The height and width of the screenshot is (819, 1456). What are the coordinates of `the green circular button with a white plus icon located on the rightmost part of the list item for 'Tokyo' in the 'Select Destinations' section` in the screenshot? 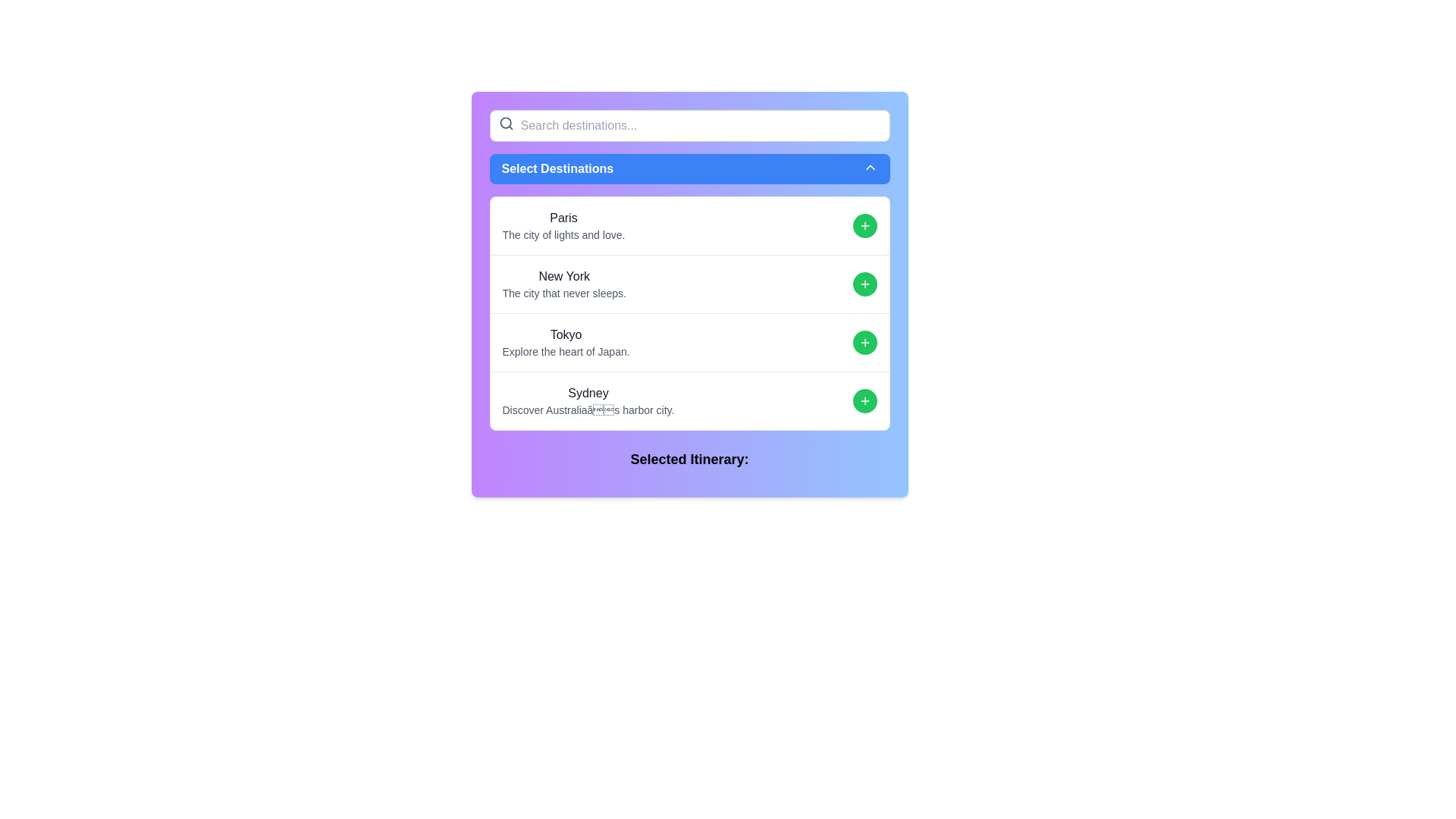 It's located at (864, 342).